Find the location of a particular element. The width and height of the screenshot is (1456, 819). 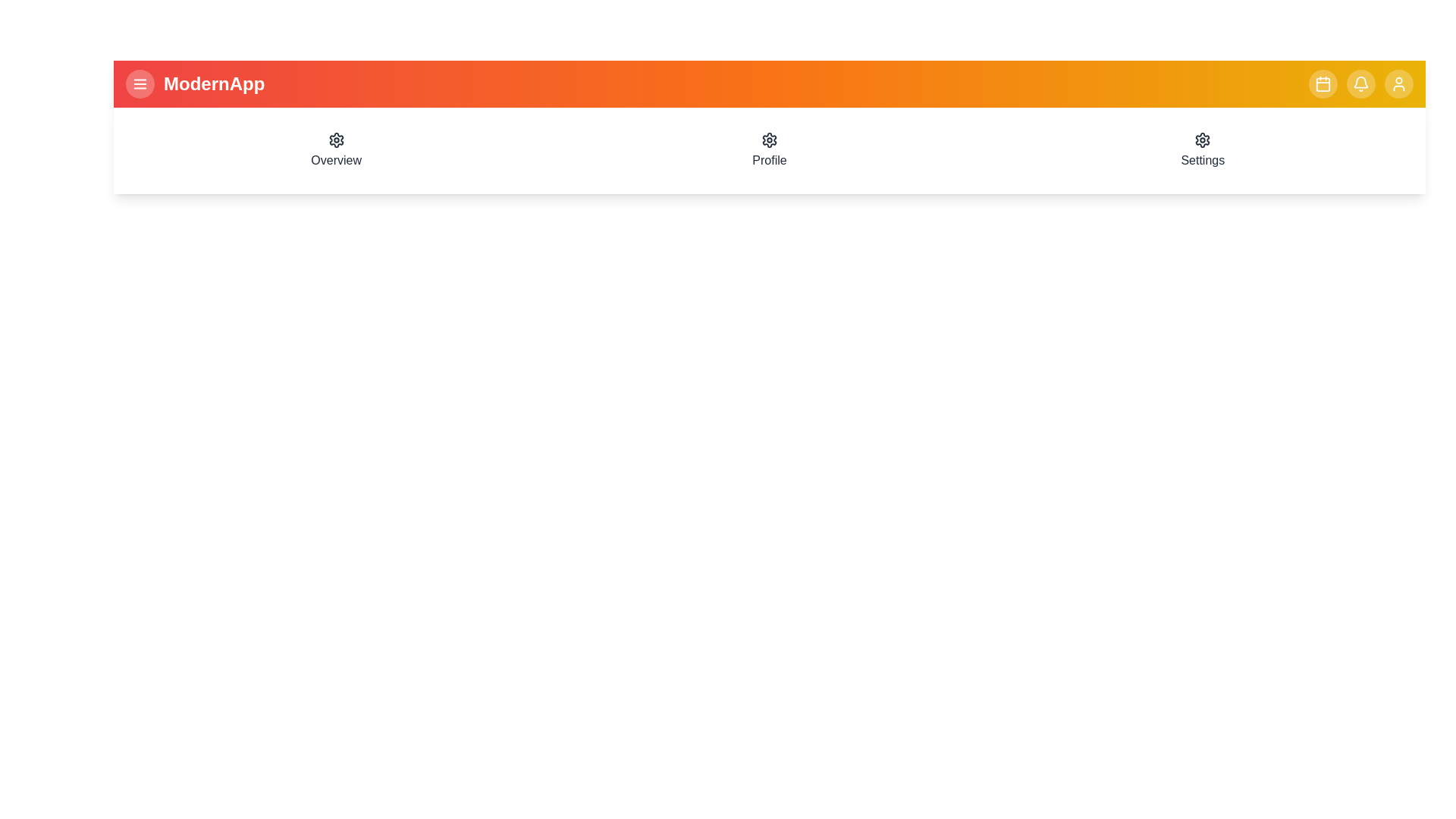

menu icon to toggle the navigation menu is located at coordinates (140, 84).